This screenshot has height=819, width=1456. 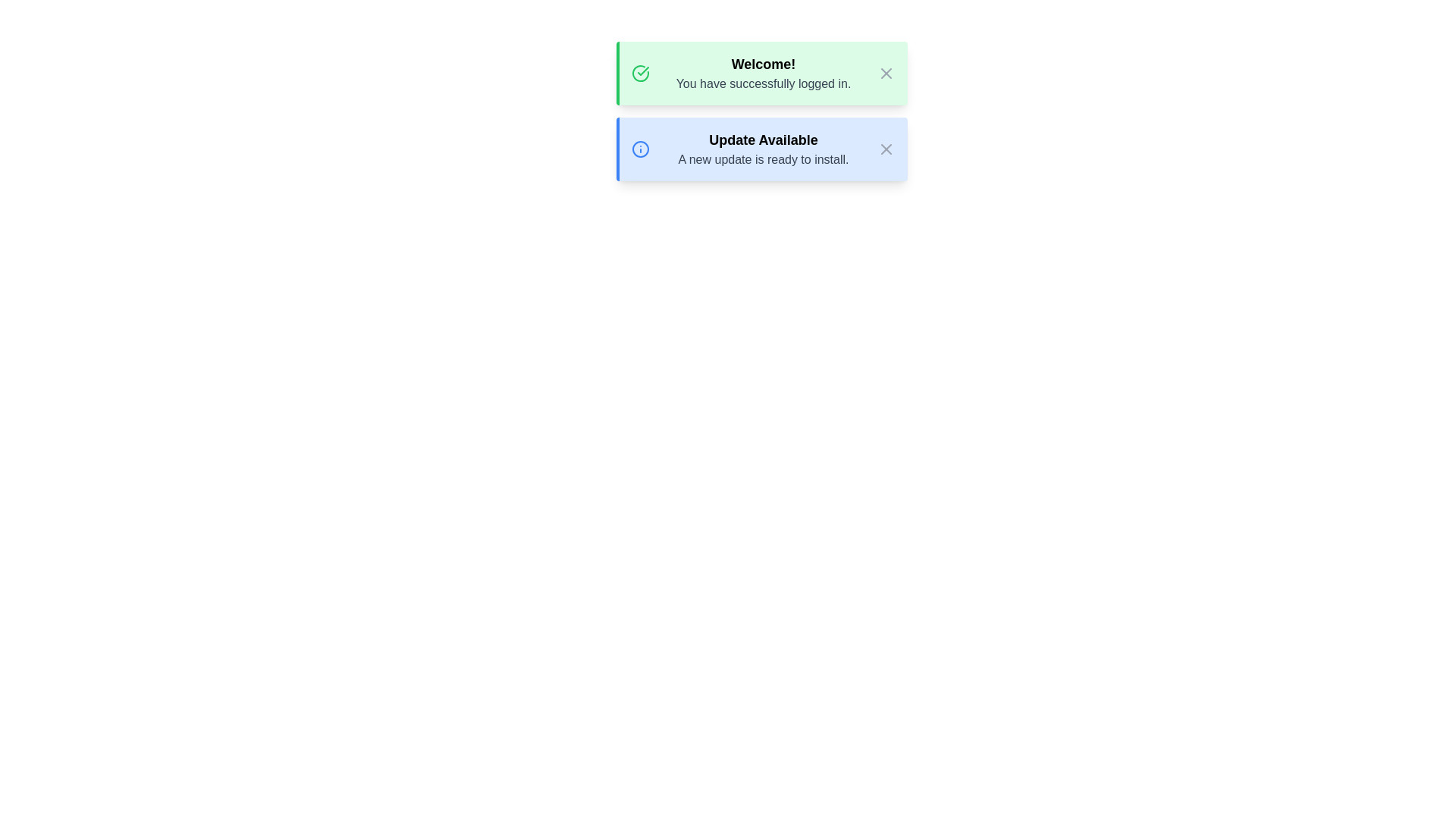 I want to click on the circular icon representing an alert for the 'Update Available' notification located in the header of the interface, so click(x=640, y=149).